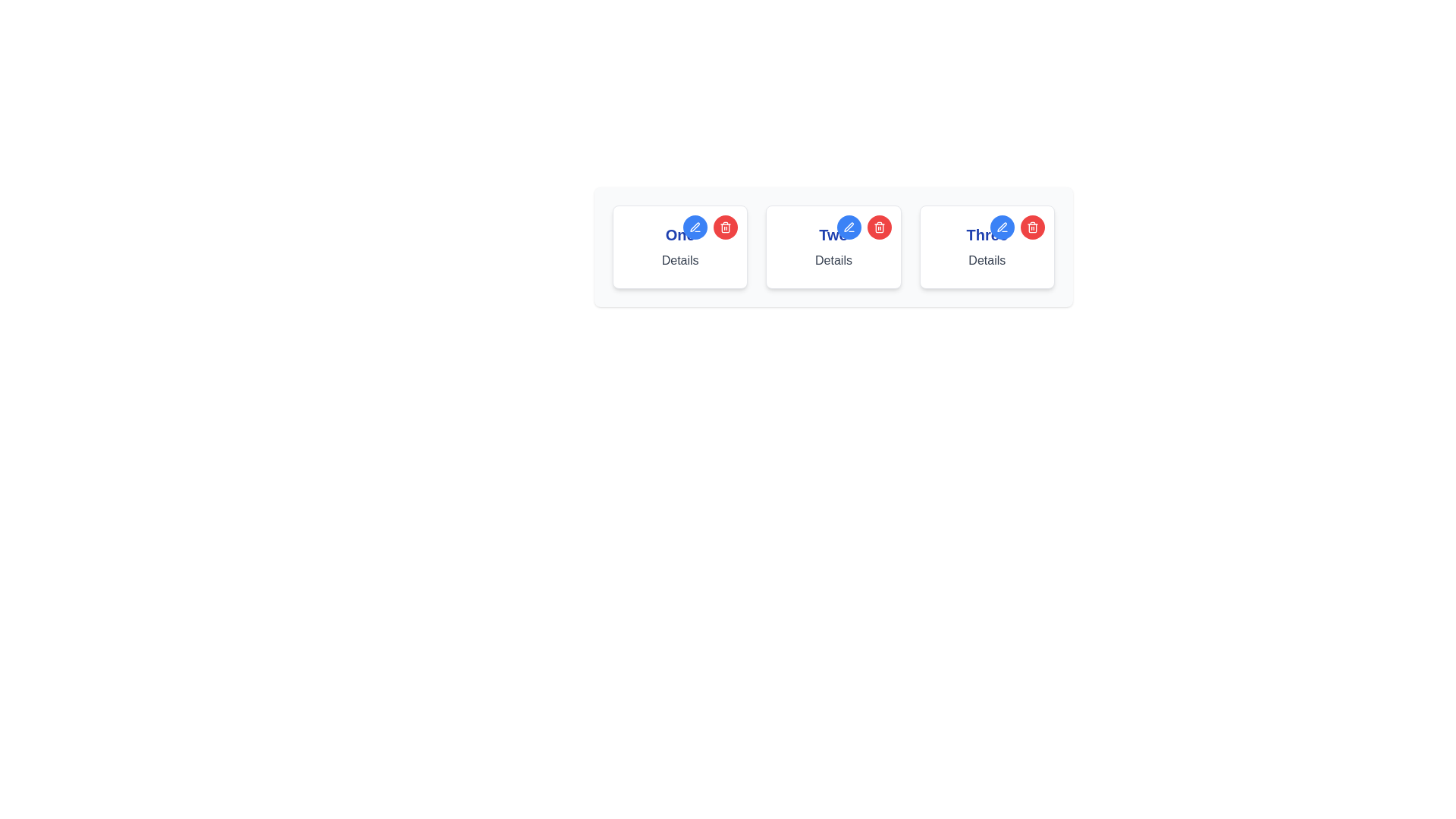 This screenshot has width=1456, height=819. Describe the element at coordinates (1032, 227) in the screenshot. I see `the circular red button with a trash can icon located at the top-right corner of the card labeled 'Three'` at that location.